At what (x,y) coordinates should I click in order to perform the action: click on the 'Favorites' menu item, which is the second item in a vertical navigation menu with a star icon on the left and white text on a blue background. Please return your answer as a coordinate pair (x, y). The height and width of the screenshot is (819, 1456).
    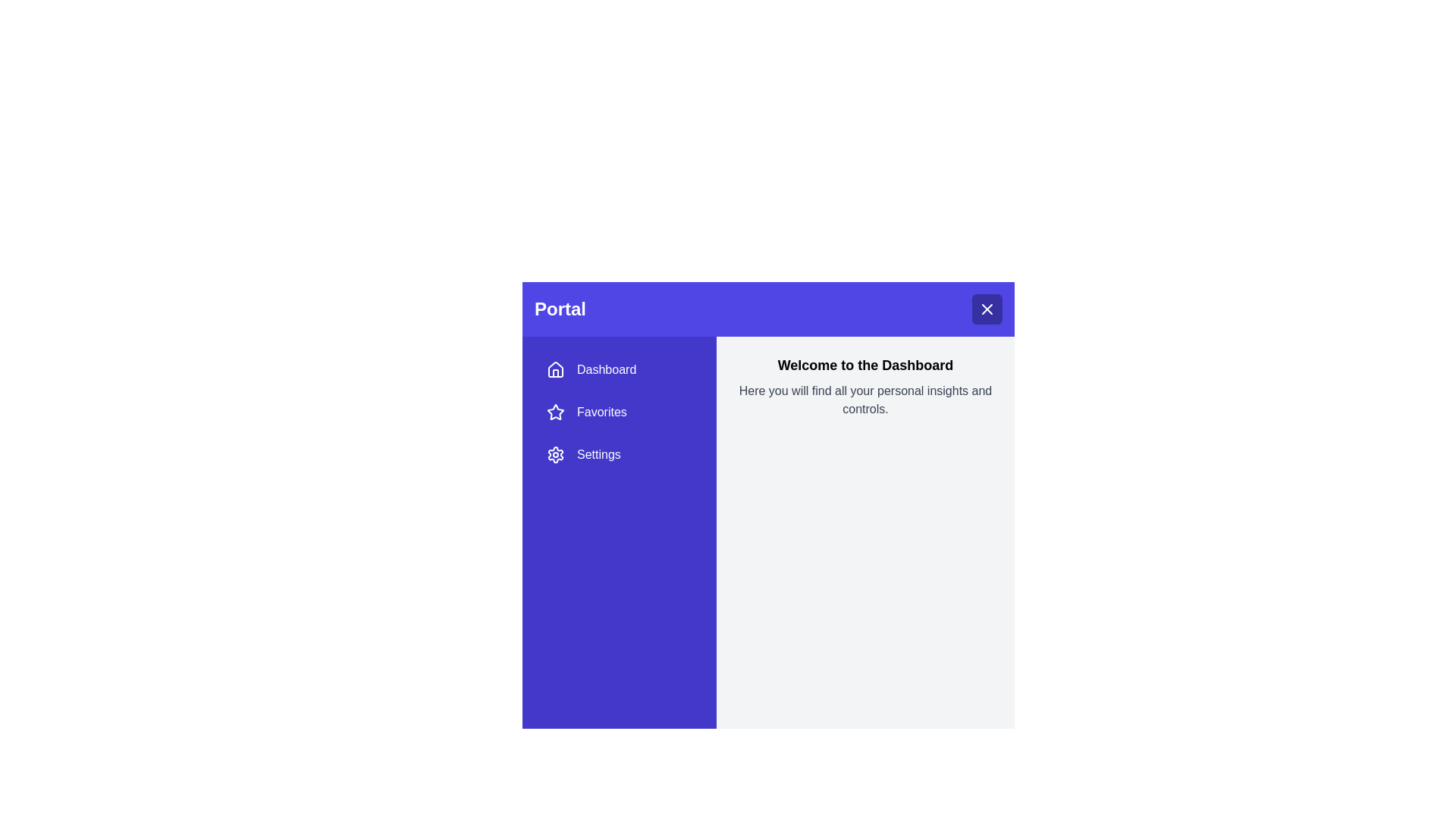
    Looking at the image, I should click on (619, 412).